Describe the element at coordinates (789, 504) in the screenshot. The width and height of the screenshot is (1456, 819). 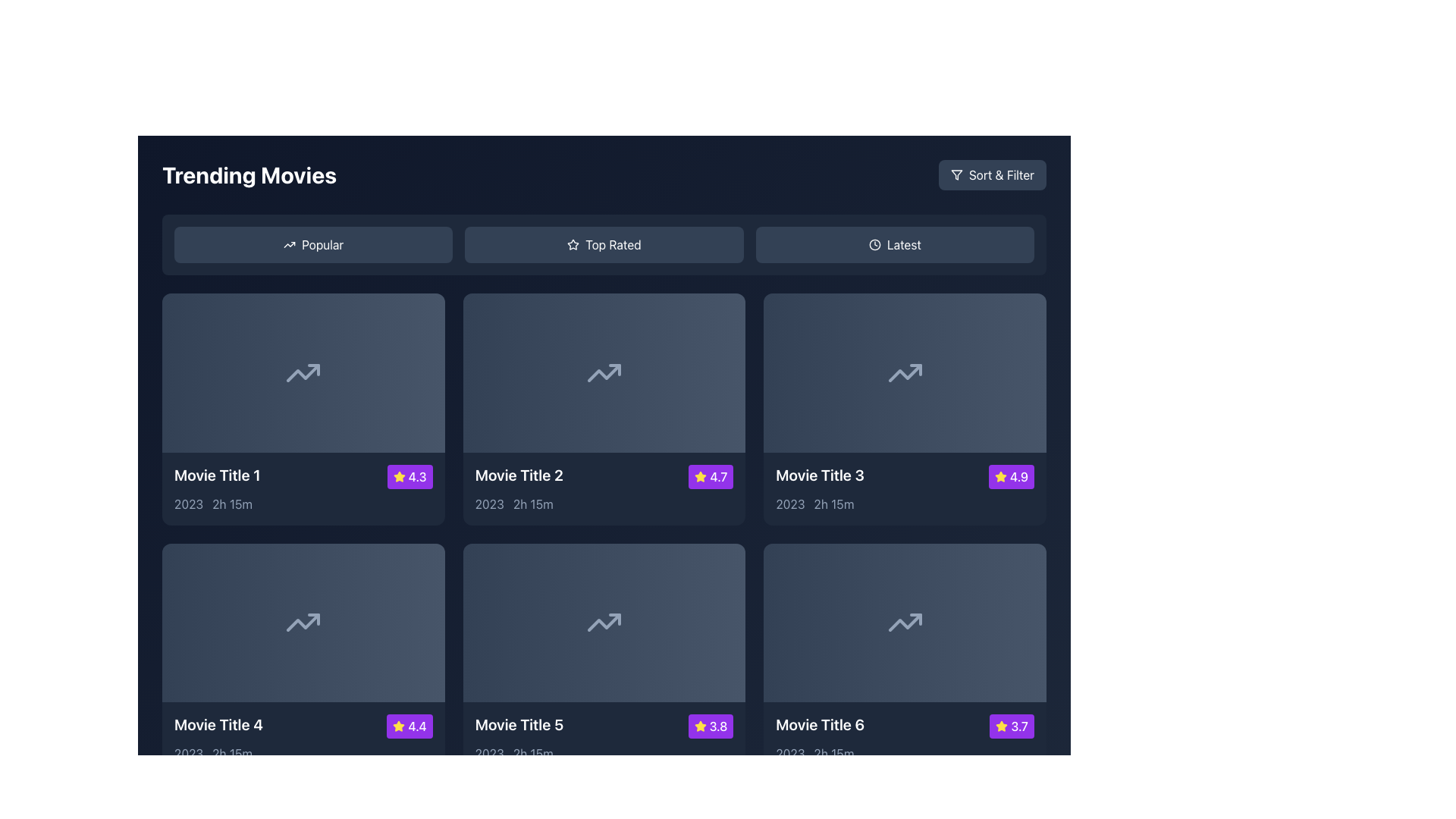
I see `the static text label displaying '2023', which is located below the title 'Movie Title 3' in the upper-right quadrant of the movie card grid` at that location.